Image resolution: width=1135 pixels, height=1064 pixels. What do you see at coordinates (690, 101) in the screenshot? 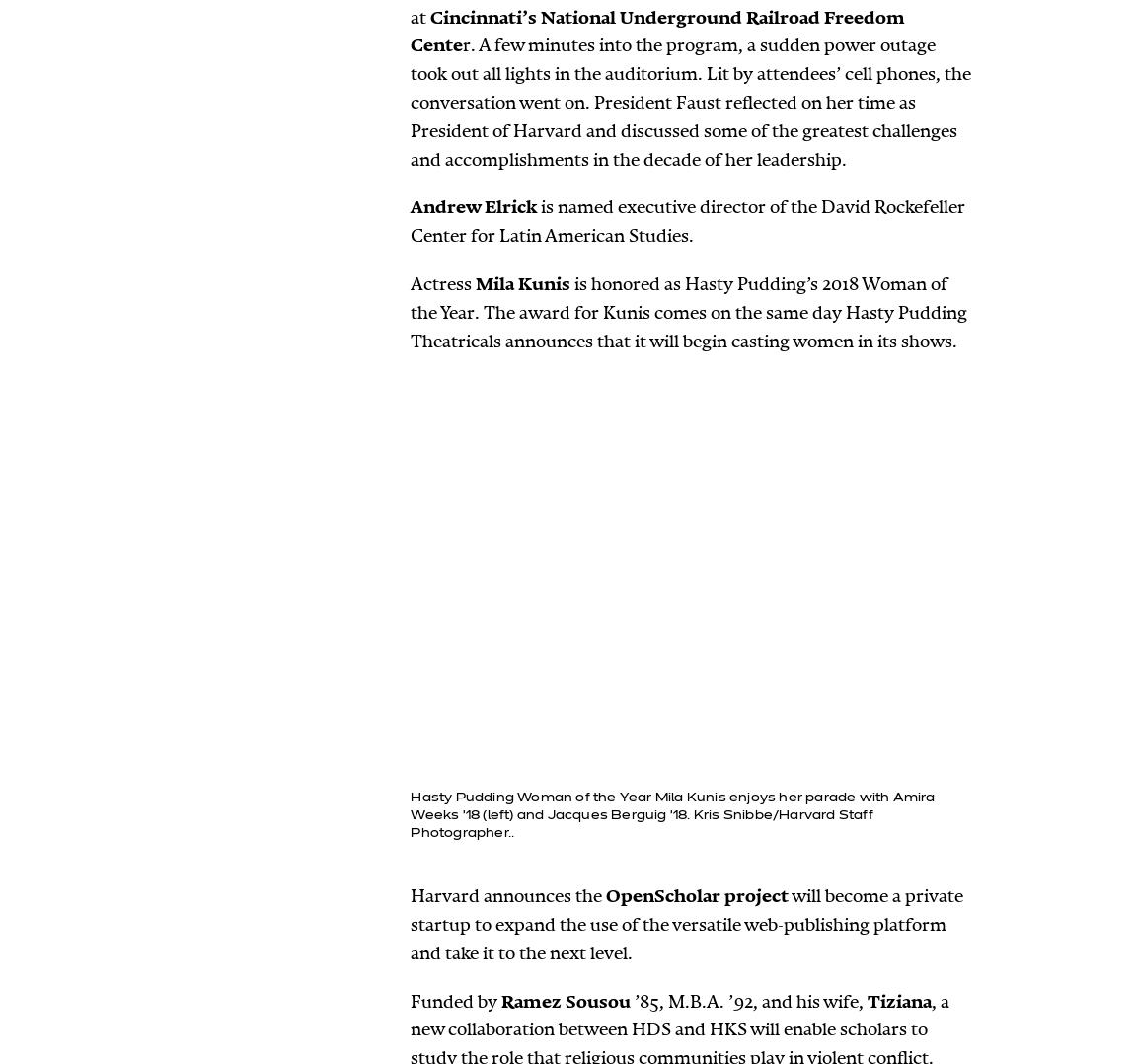
I see `'r. A few minutes into the program, a sudden power outage took out all lights in the auditorium. Lit by attendees’ cell phones, the conversation went on. President Faust reflected on her time as President of Harvard and discussed some of the greatest challenges and accomplishments in the decade of her leadership.'` at bounding box center [690, 101].